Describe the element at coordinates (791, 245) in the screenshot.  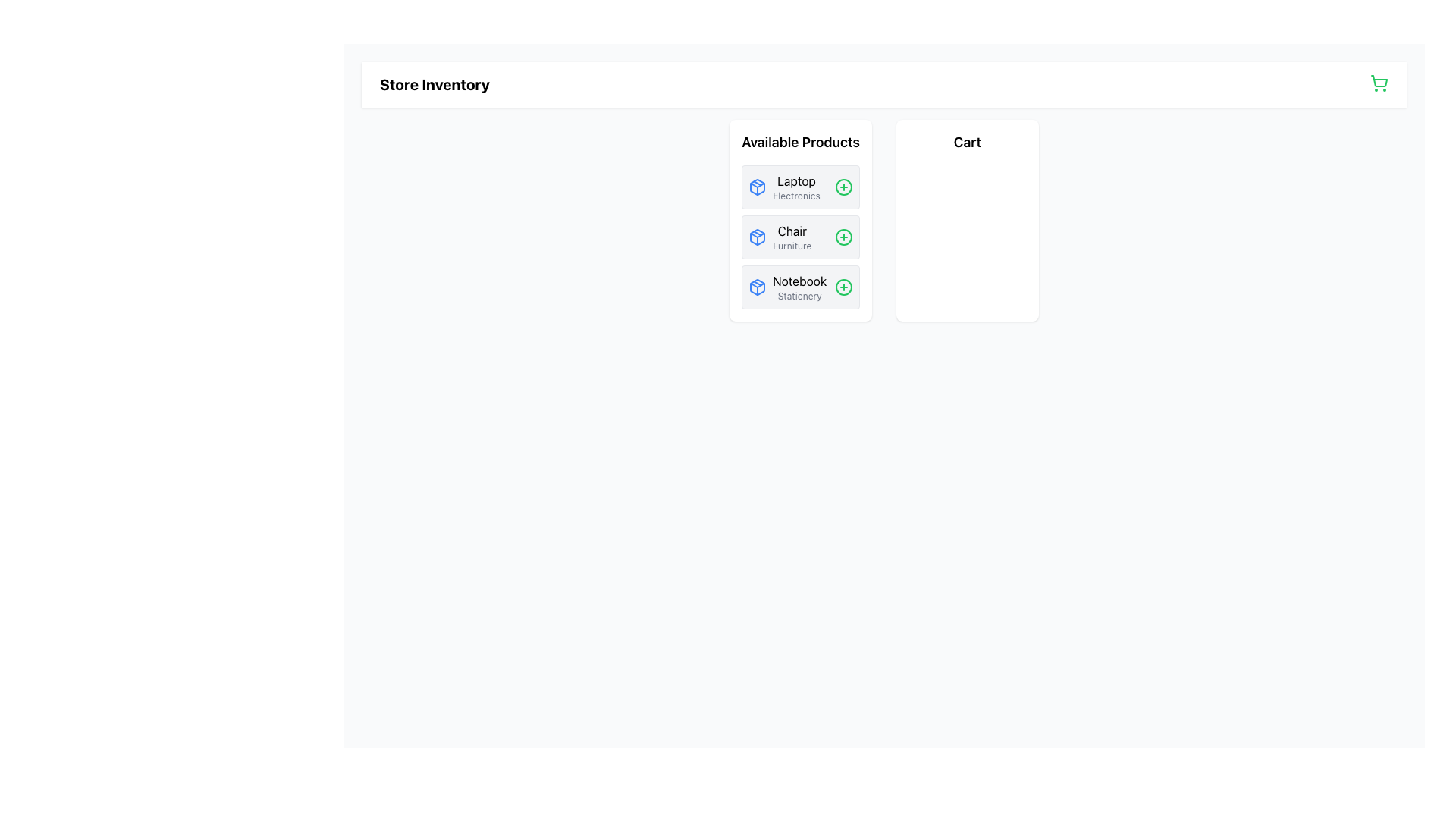
I see `the Text Label that provides a category or descriptive tag for the product 'Chair', located directly below the main title within the 'Available Products' section` at that location.